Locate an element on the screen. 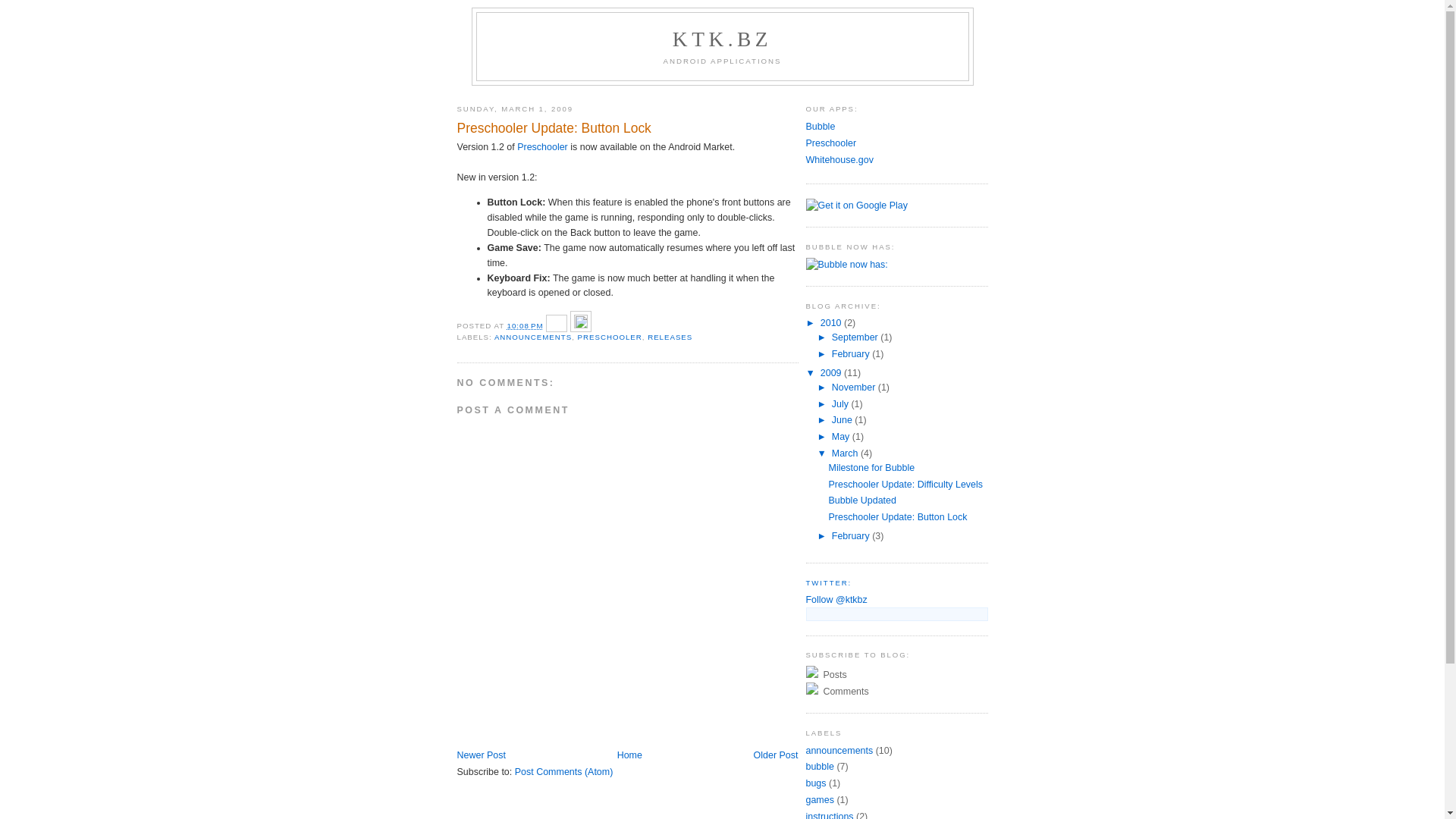 The width and height of the screenshot is (1456, 819). 'September' is located at coordinates (855, 336).